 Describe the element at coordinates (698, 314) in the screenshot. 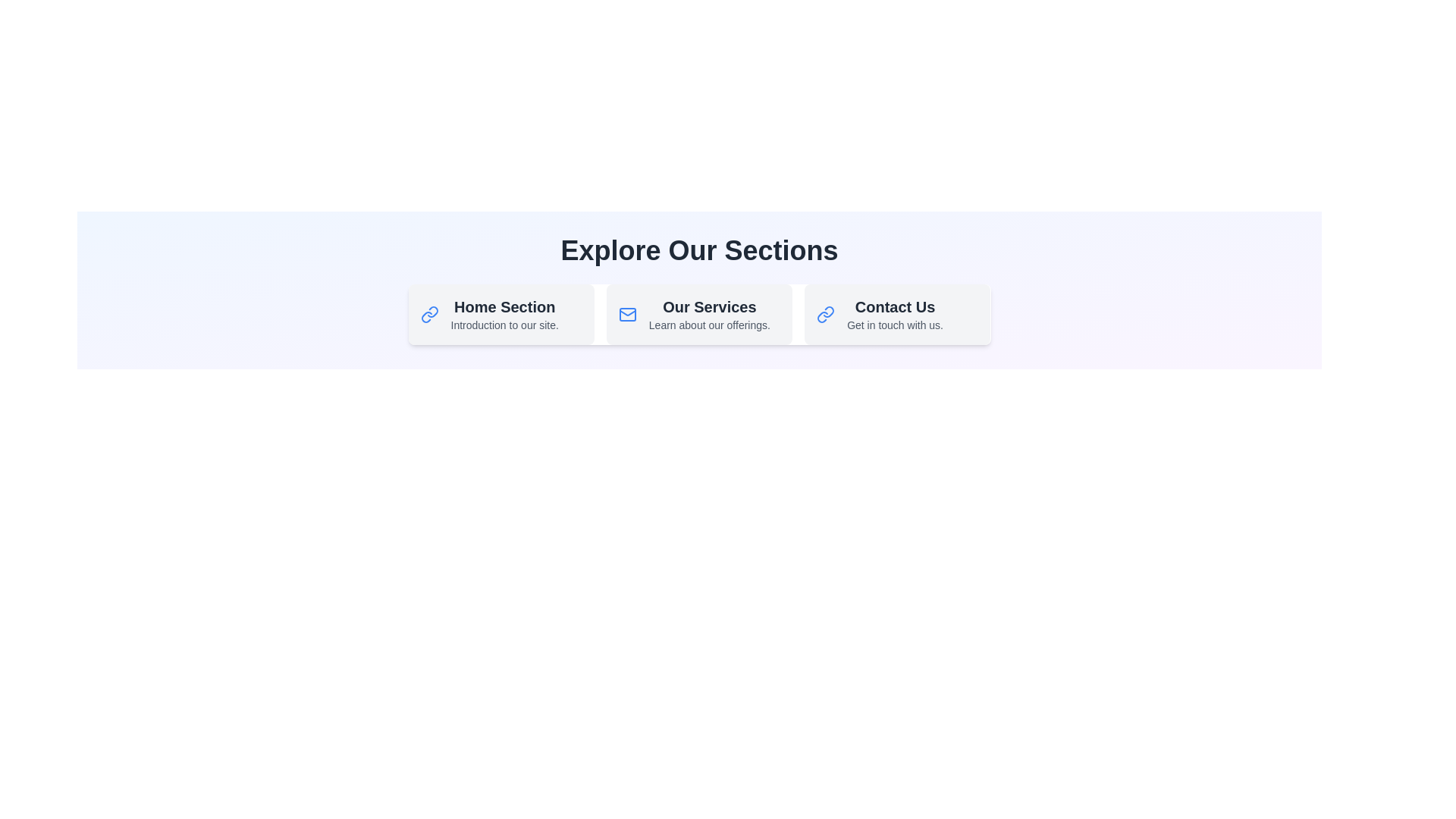

I see `text from the informational card or section header that provides information about the services offered, located centrally in the row of three sections` at that location.